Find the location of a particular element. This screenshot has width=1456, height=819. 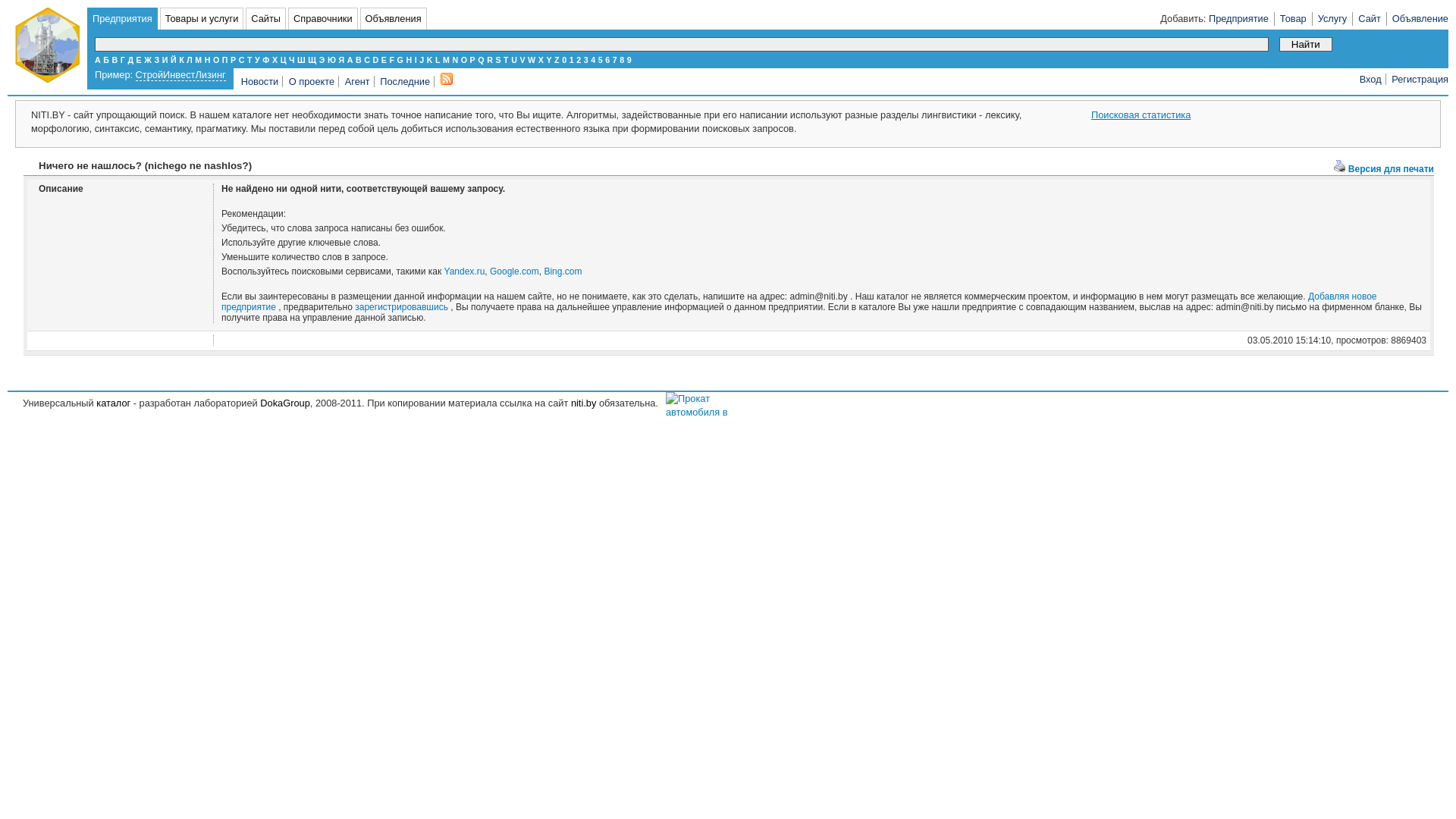

'E' is located at coordinates (384, 58).